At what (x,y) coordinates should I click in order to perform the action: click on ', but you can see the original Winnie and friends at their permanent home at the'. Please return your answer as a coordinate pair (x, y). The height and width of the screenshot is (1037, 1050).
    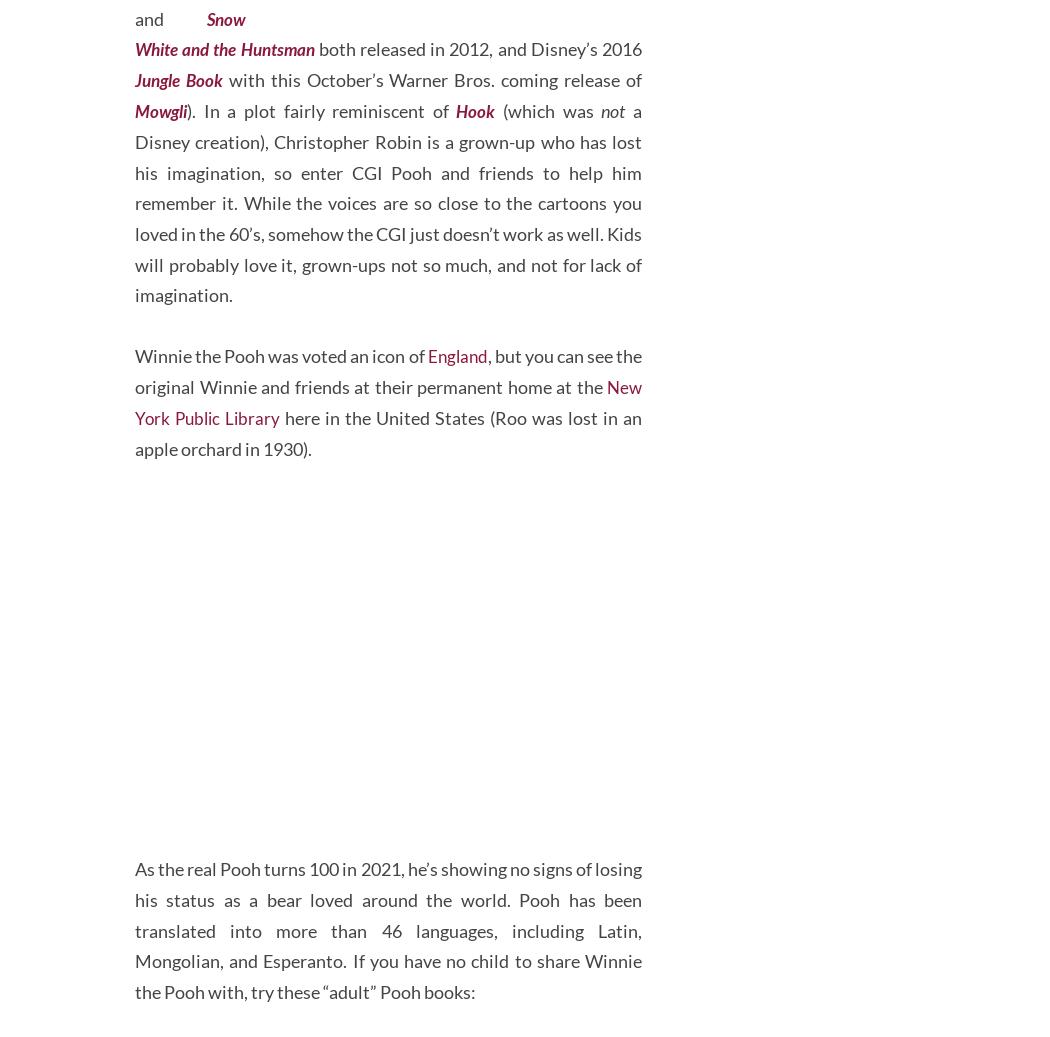
    Looking at the image, I should click on (388, 458).